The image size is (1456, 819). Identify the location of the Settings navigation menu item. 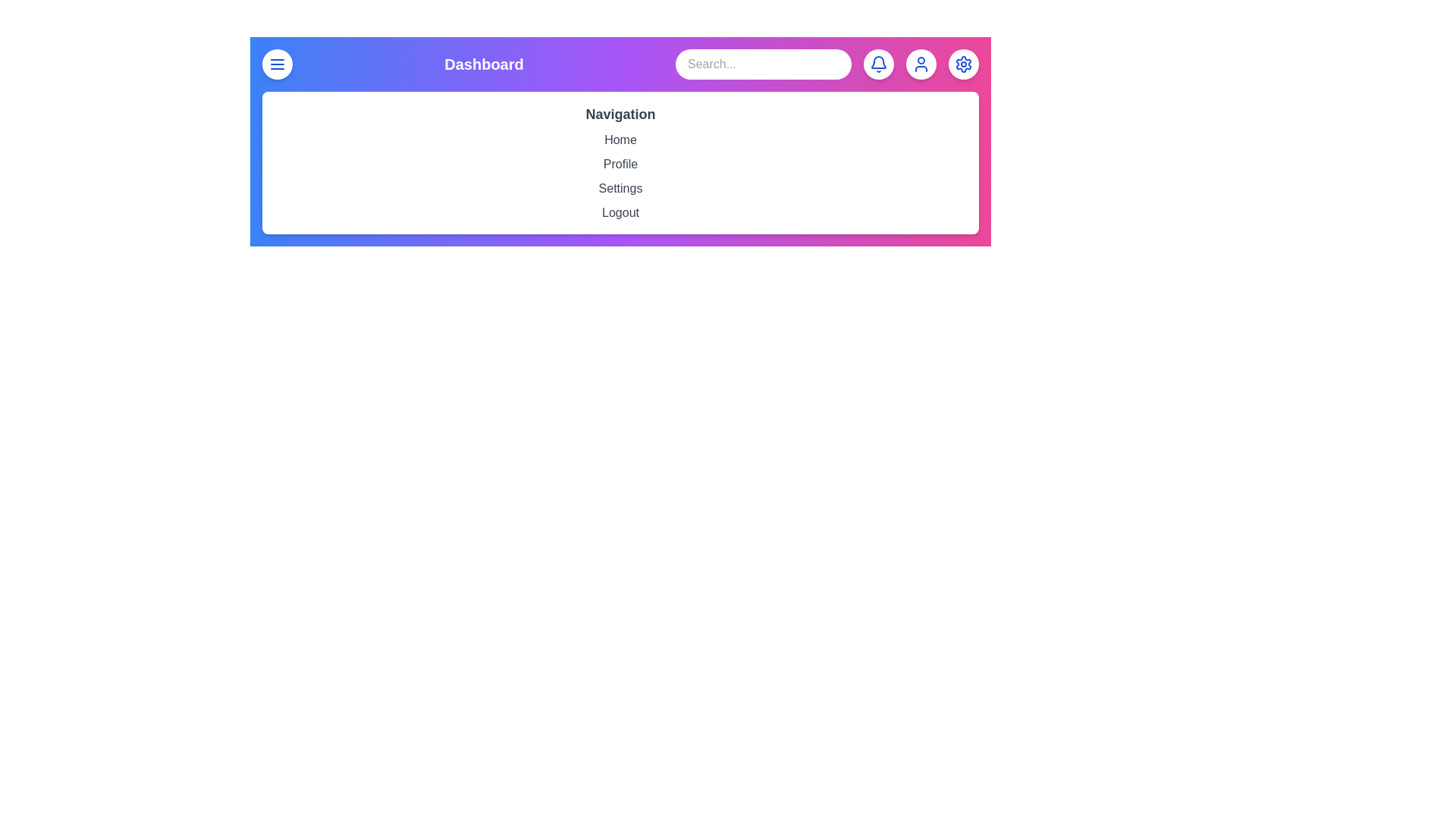
(620, 188).